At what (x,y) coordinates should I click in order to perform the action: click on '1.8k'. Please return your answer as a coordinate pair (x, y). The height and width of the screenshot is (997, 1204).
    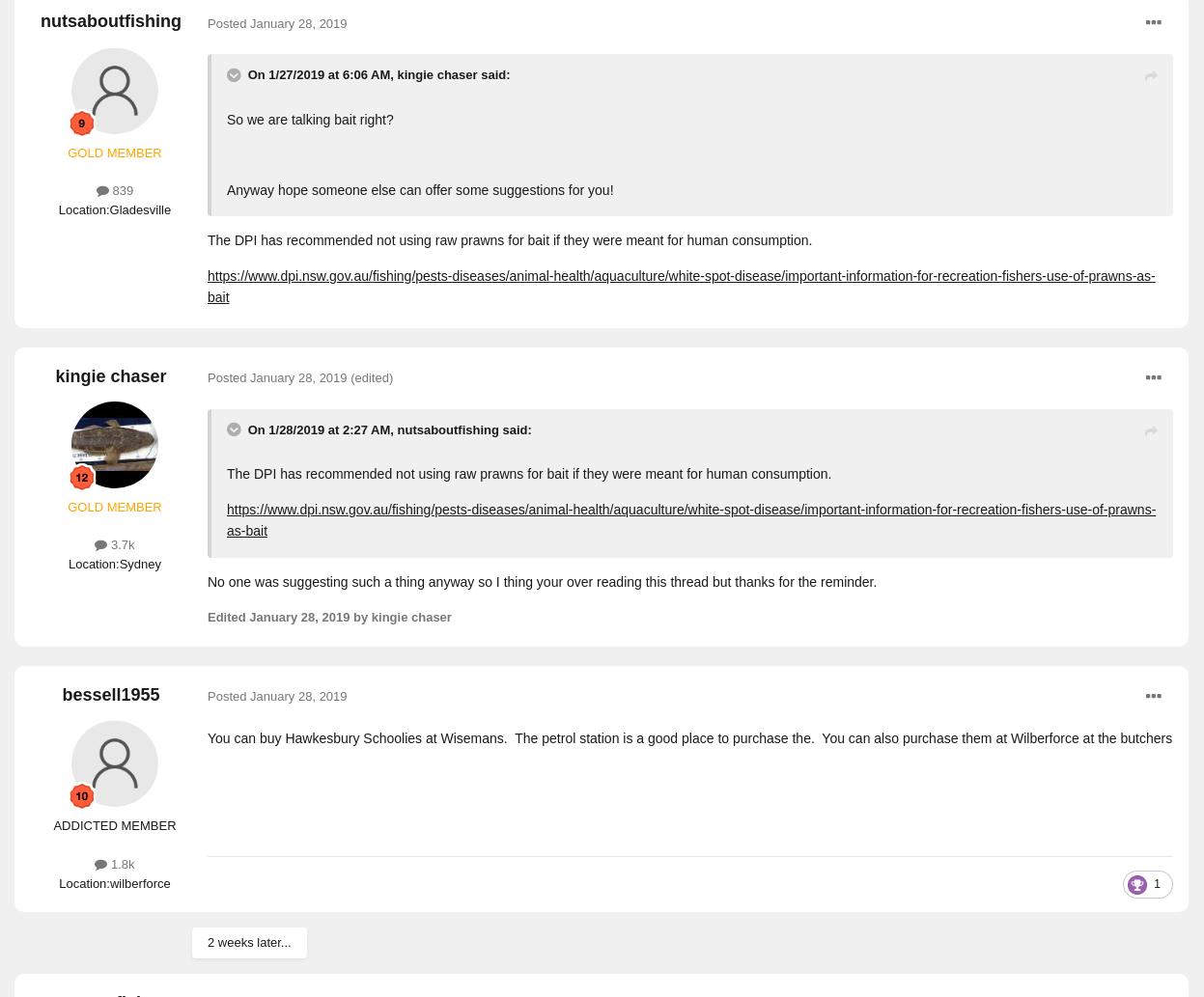
    Looking at the image, I should click on (106, 863).